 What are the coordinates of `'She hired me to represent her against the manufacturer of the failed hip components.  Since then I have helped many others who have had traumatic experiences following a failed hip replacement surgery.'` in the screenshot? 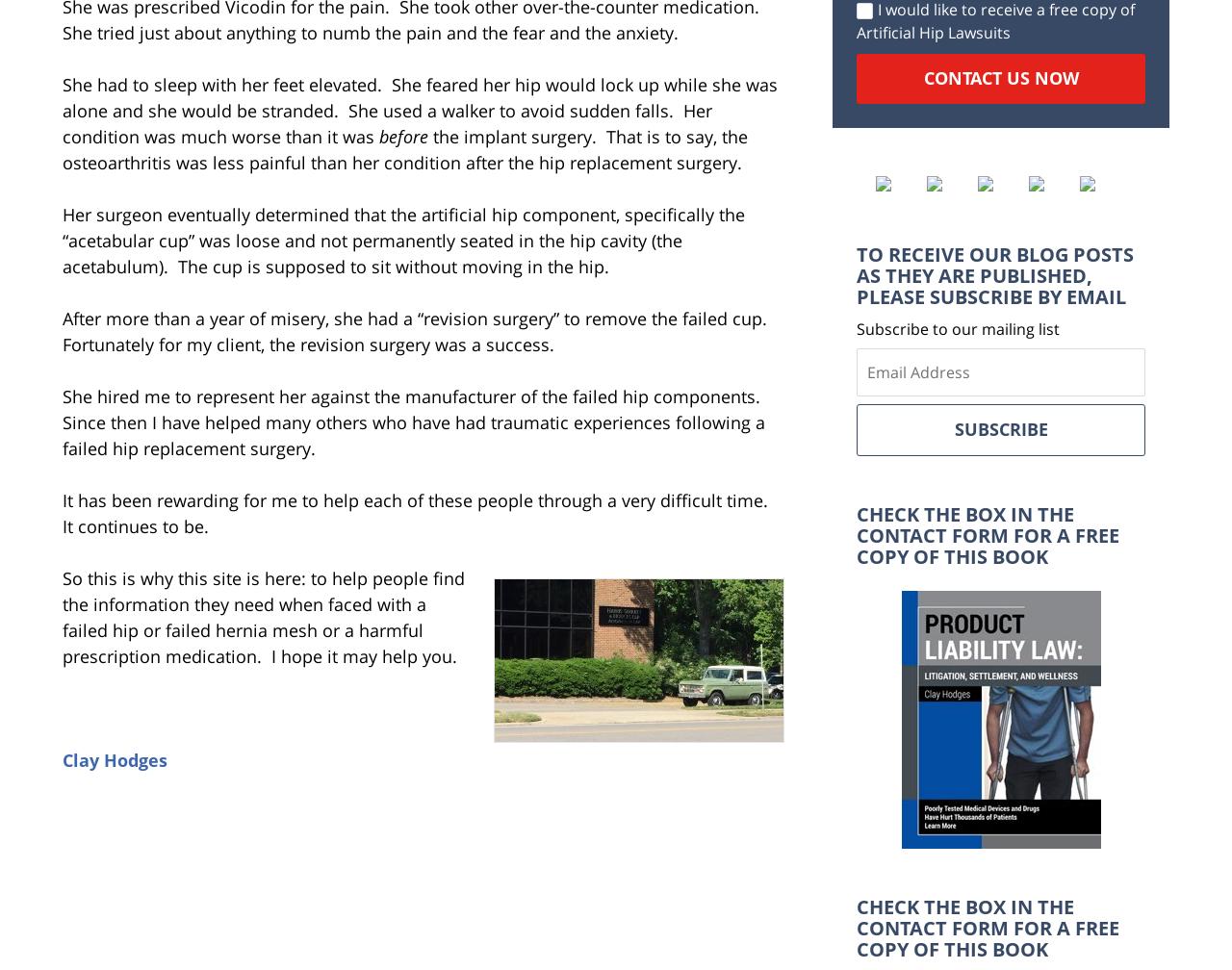 It's located at (63, 421).